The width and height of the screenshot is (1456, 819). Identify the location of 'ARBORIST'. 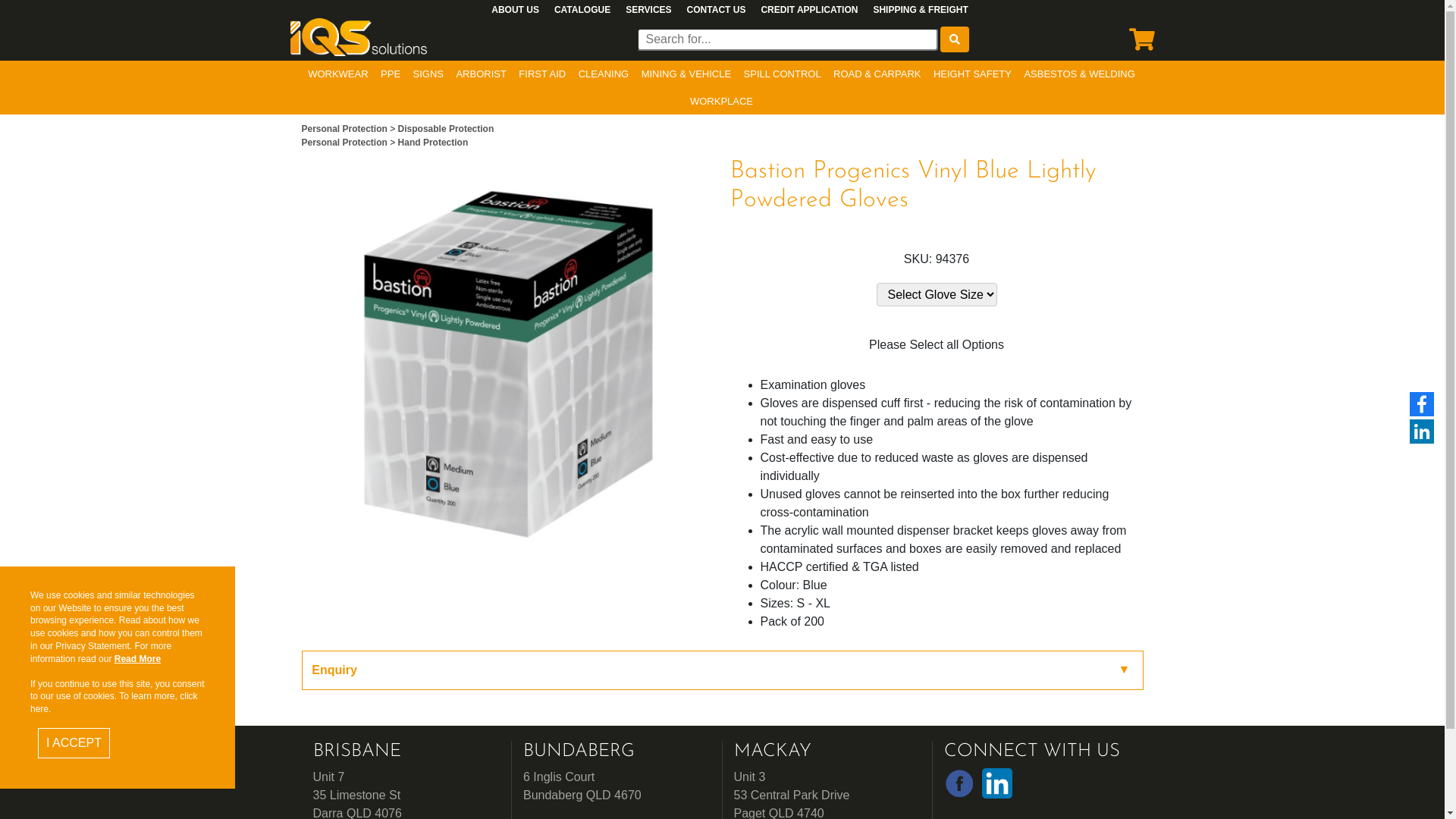
(479, 74).